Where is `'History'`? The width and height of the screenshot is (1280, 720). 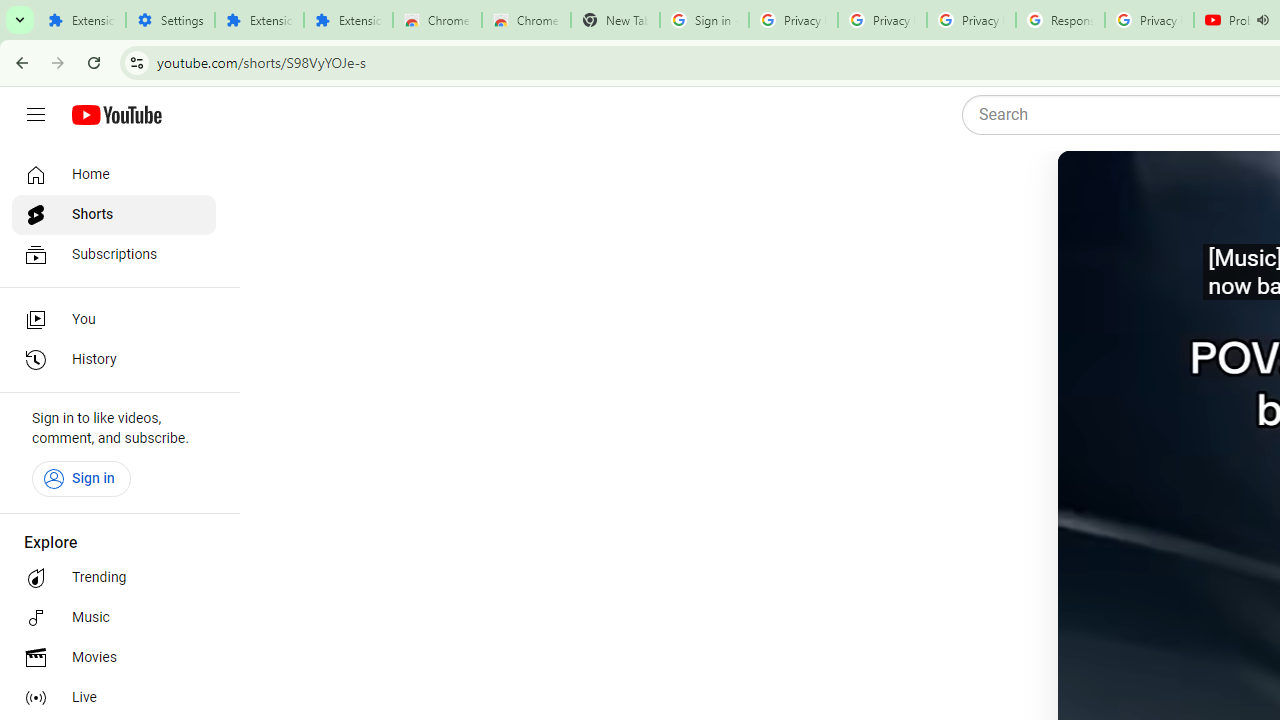
'History' is located at coordinates (112, 360).